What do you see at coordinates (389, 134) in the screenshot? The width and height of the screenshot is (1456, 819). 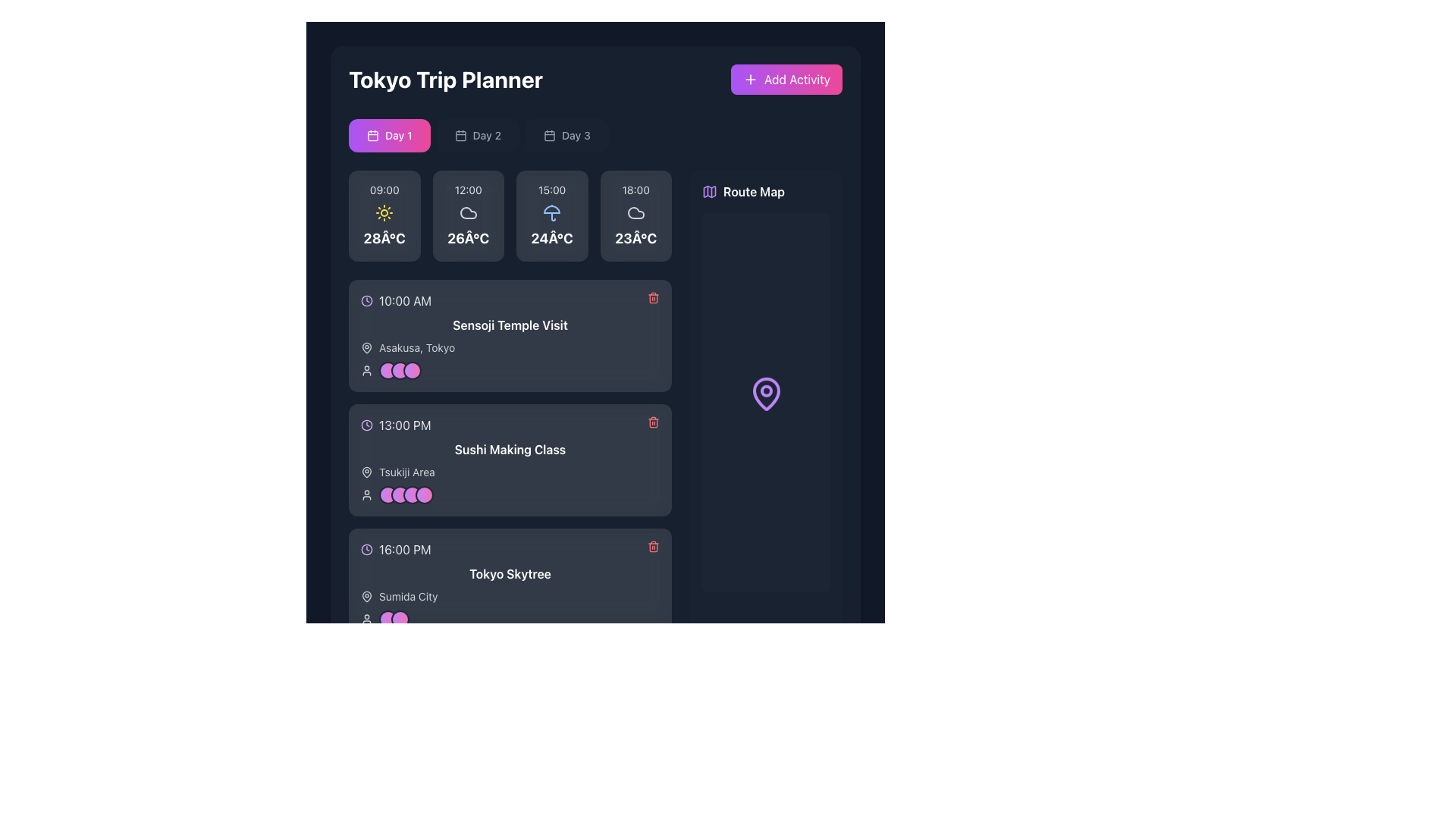 I see `the rounded rectangular button with a gradient from purple to pink, featuring a calendar icon and white text` at bounding box center [389, 134].